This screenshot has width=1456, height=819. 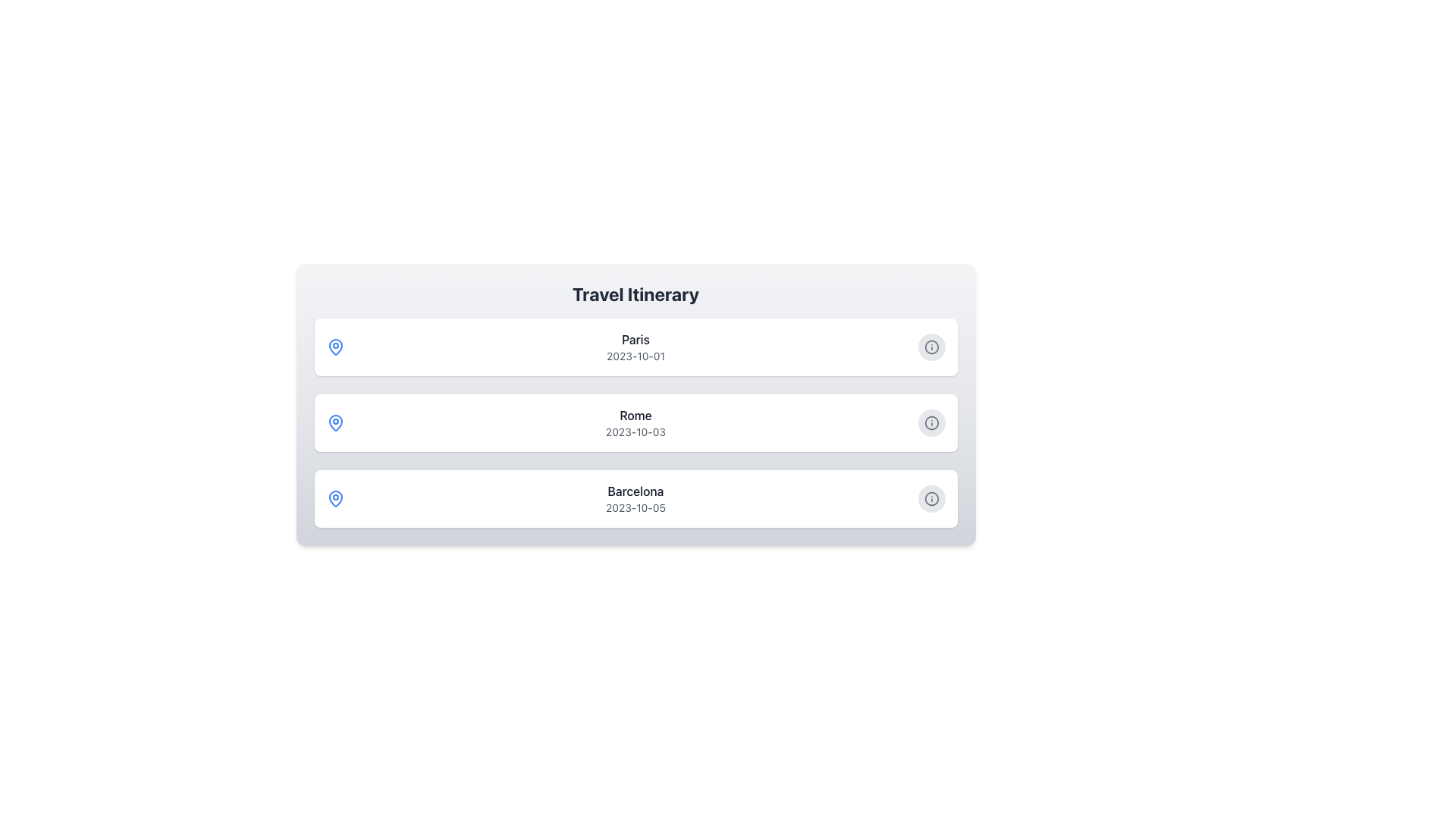 I want to click on the 'Paris' text in the travel destinations list item, so click(x=635, y=347).